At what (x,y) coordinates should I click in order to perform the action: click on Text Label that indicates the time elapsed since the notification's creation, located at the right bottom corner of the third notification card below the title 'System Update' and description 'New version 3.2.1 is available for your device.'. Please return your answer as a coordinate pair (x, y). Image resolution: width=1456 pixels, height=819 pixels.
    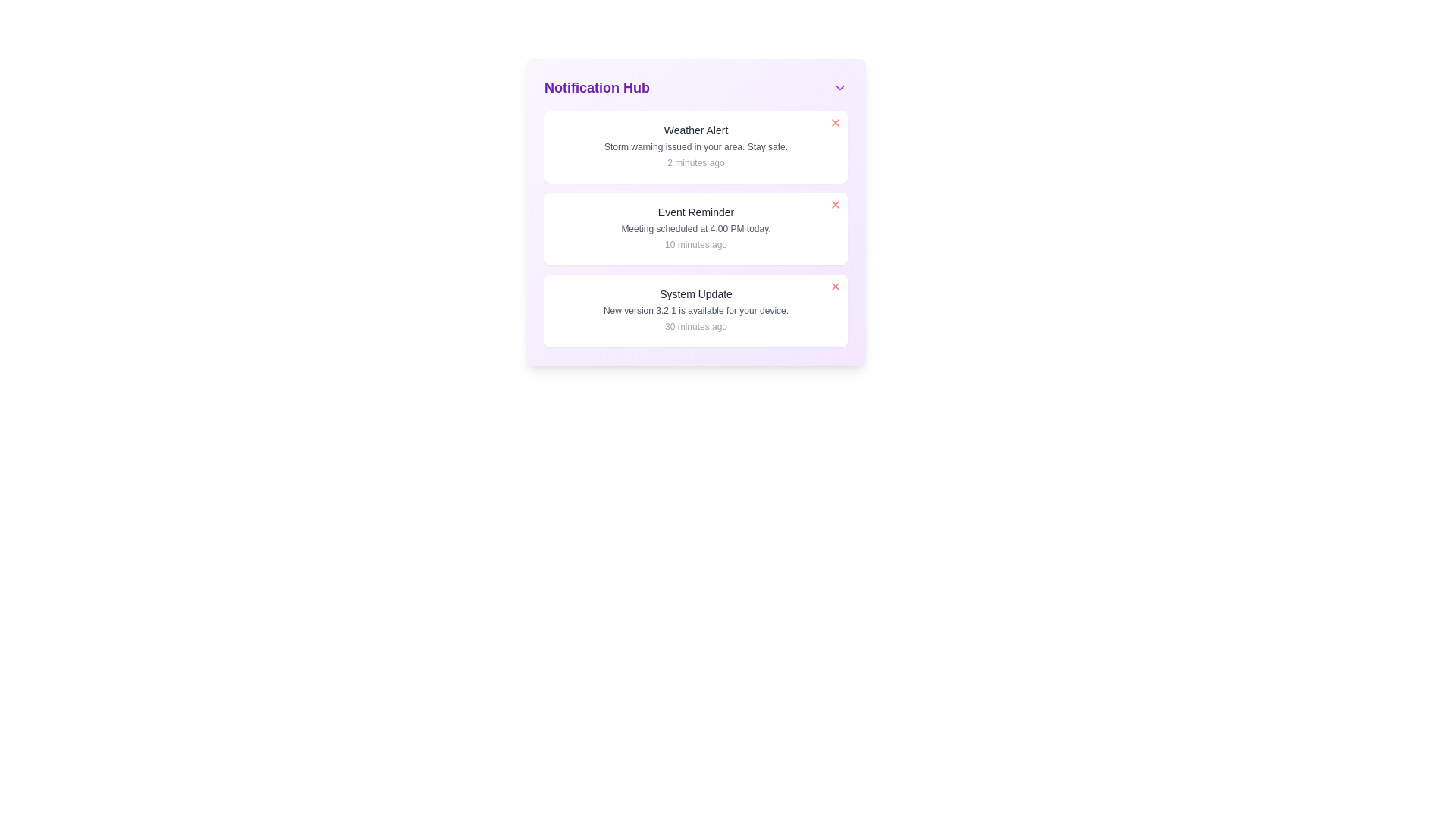
    Looking at the image, I should click on (695, 326).